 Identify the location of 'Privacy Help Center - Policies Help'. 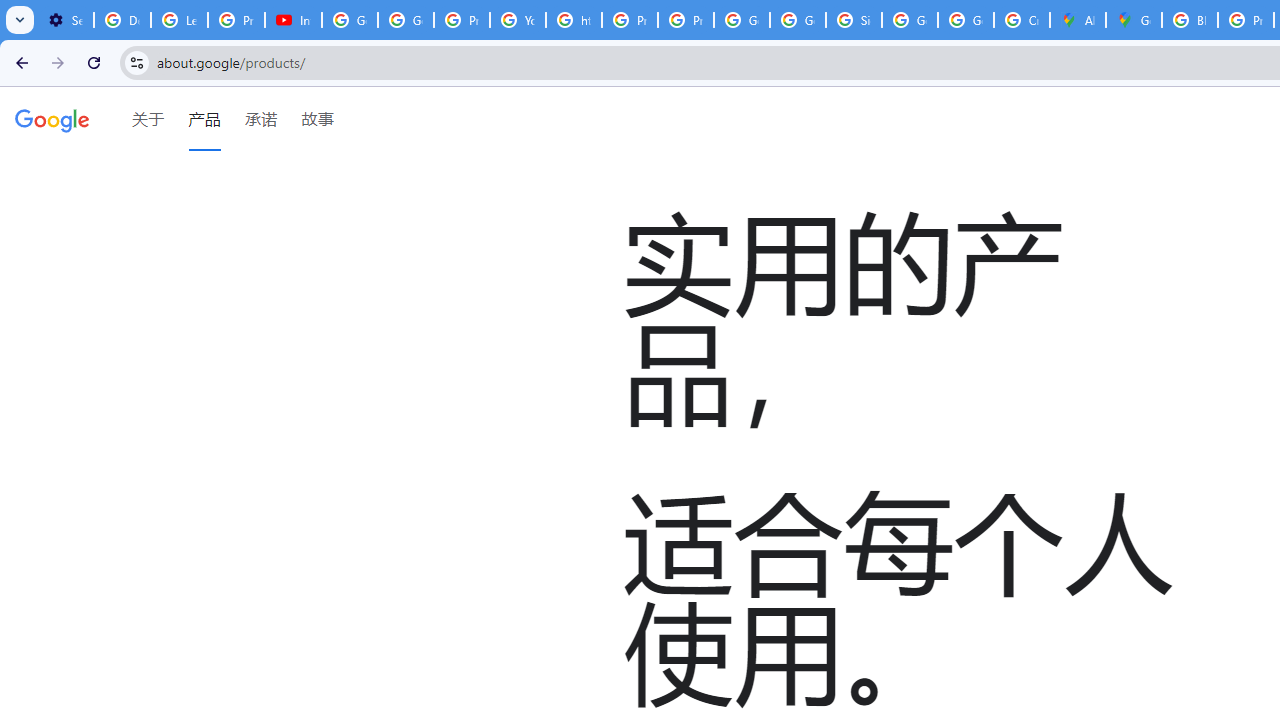
(628, 20).